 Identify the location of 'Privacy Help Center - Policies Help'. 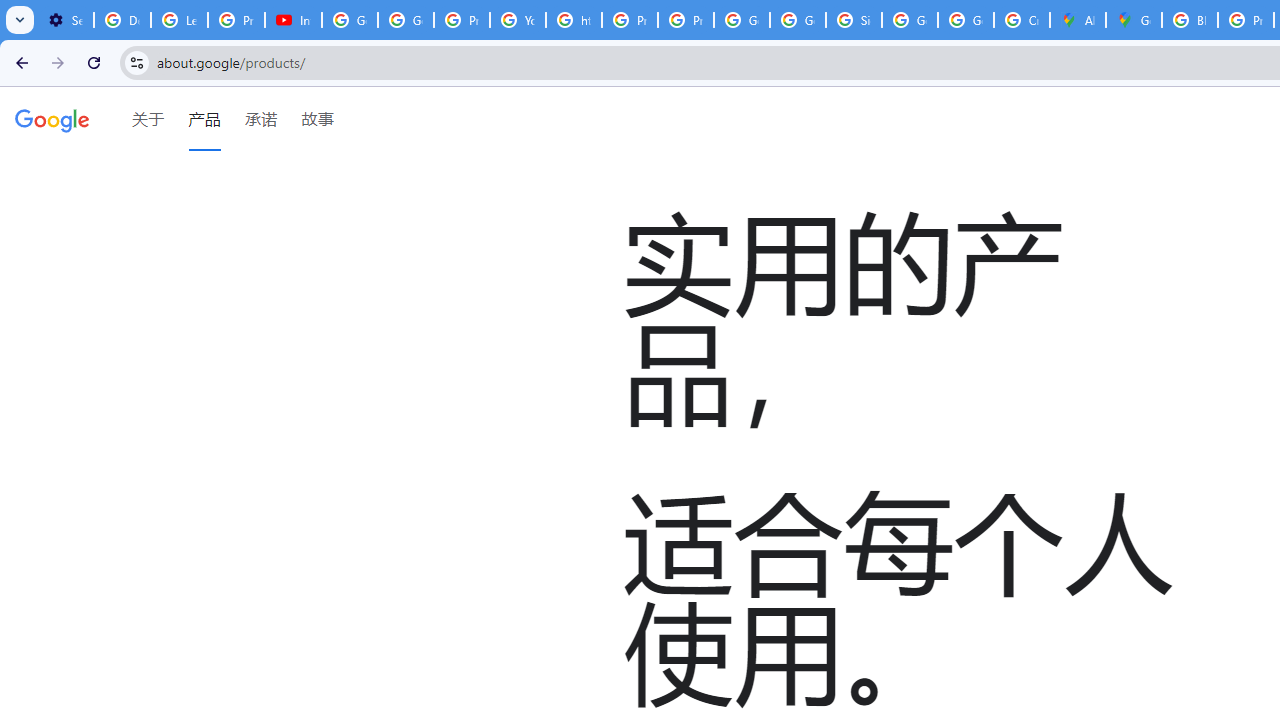
(628, 20).